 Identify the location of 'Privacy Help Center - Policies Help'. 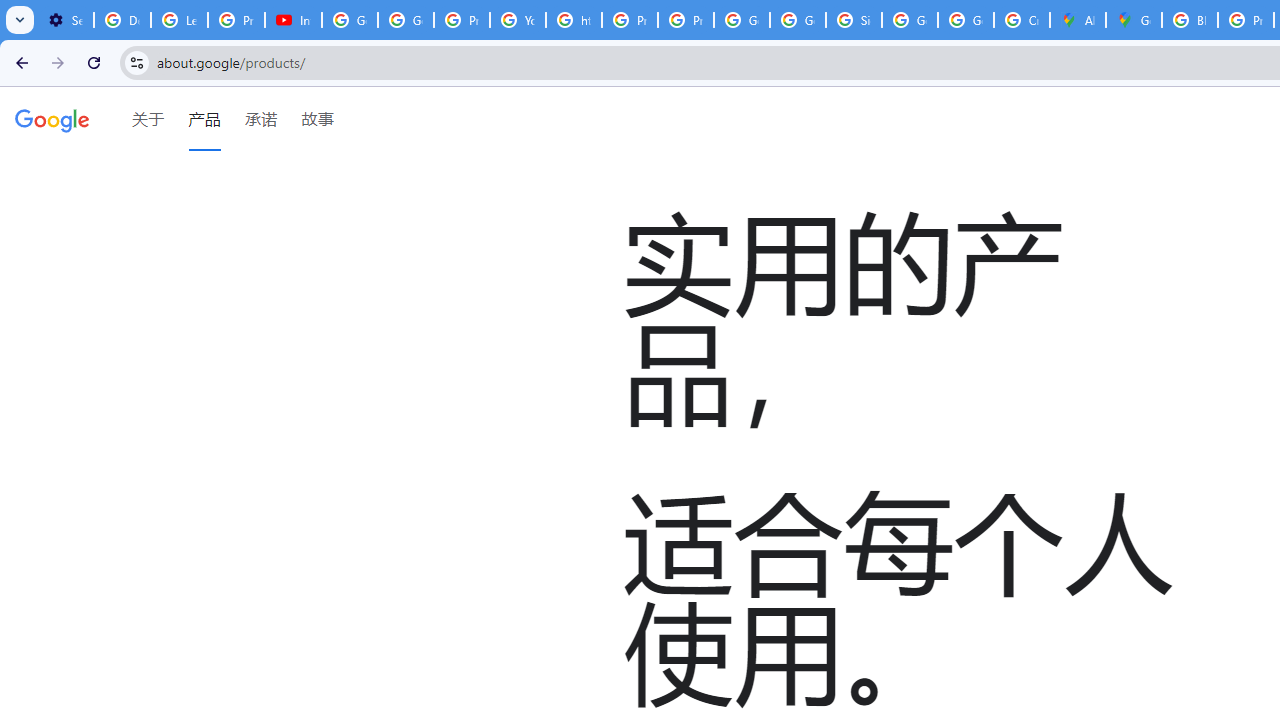
(628, 20).